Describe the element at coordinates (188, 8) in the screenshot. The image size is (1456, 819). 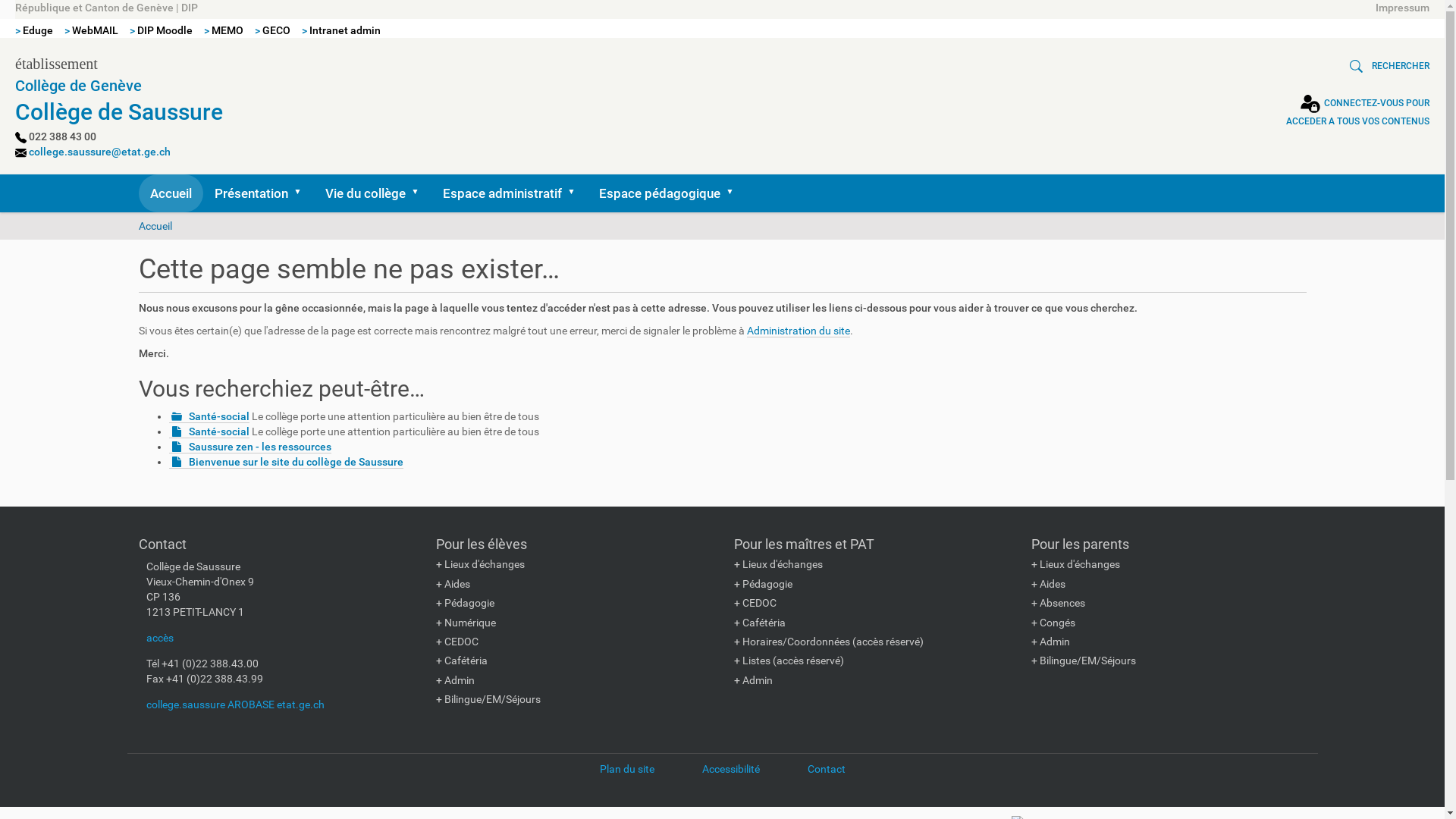
I see `'DIP'` at that location.